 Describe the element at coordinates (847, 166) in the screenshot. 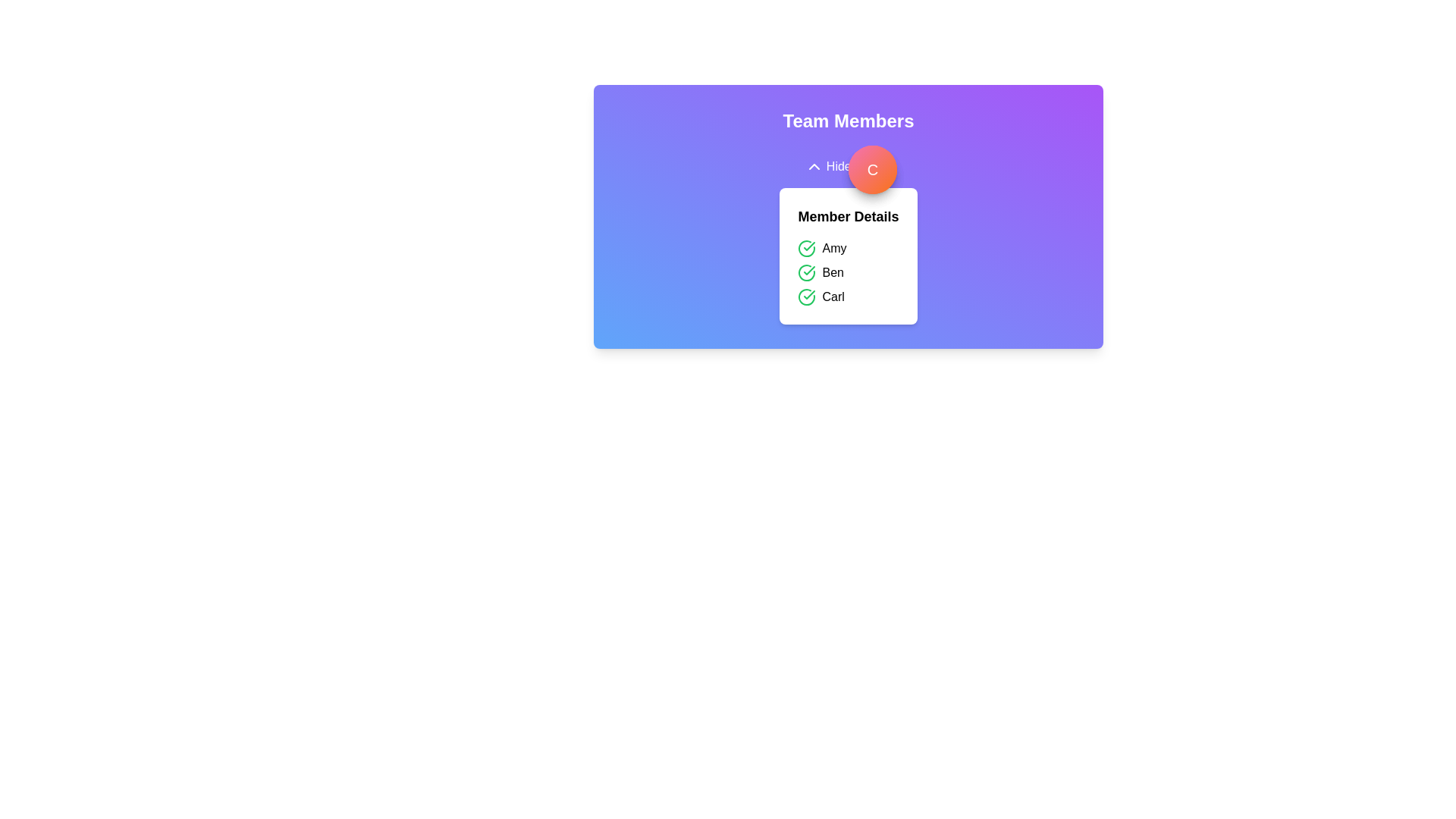

I see `the 'Hide Details' button, which features an upward-facing chevron icon and white text on a colored background` at that location.